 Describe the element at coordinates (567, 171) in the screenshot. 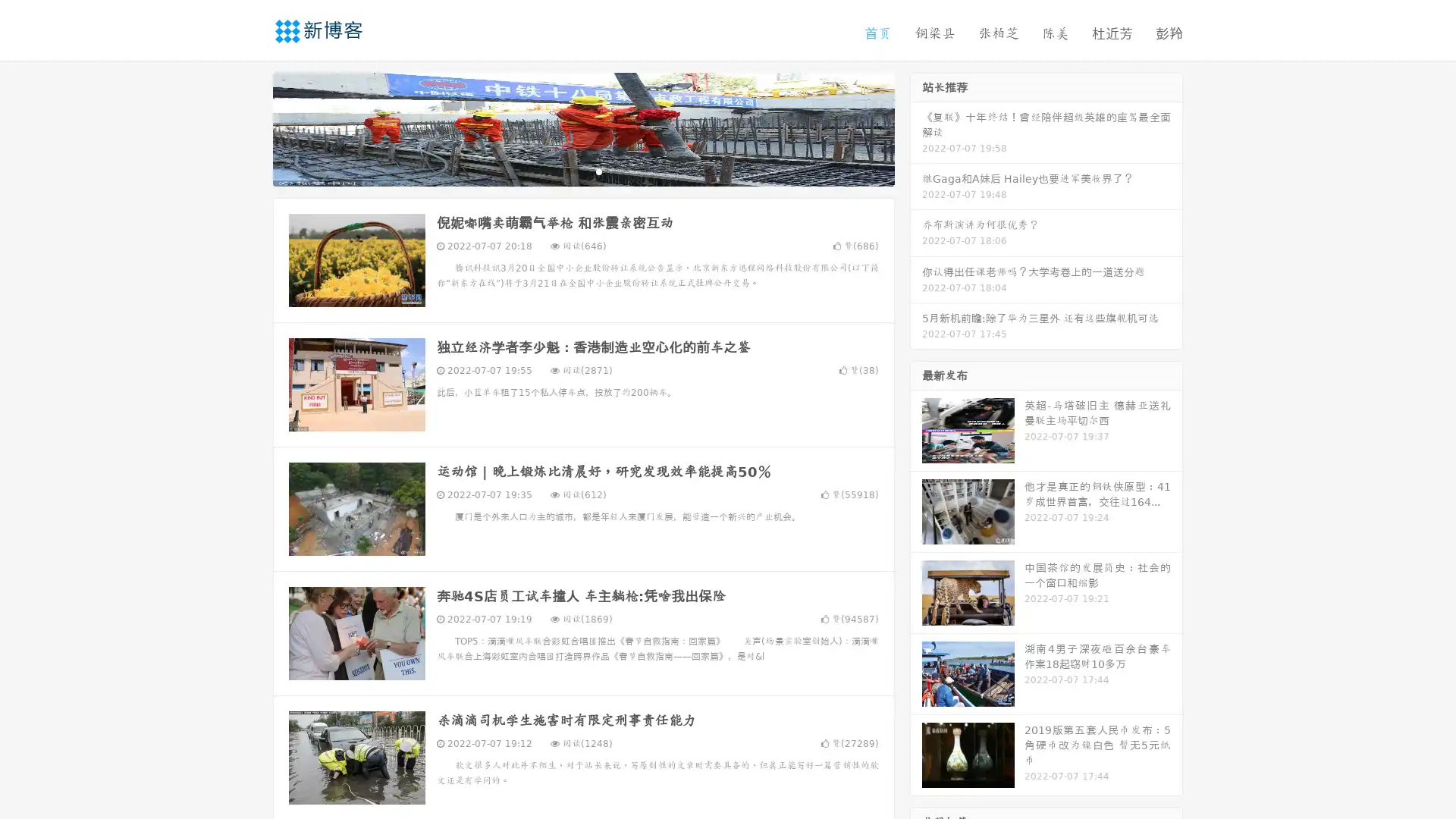

I see `Go to slide 1` at that location.